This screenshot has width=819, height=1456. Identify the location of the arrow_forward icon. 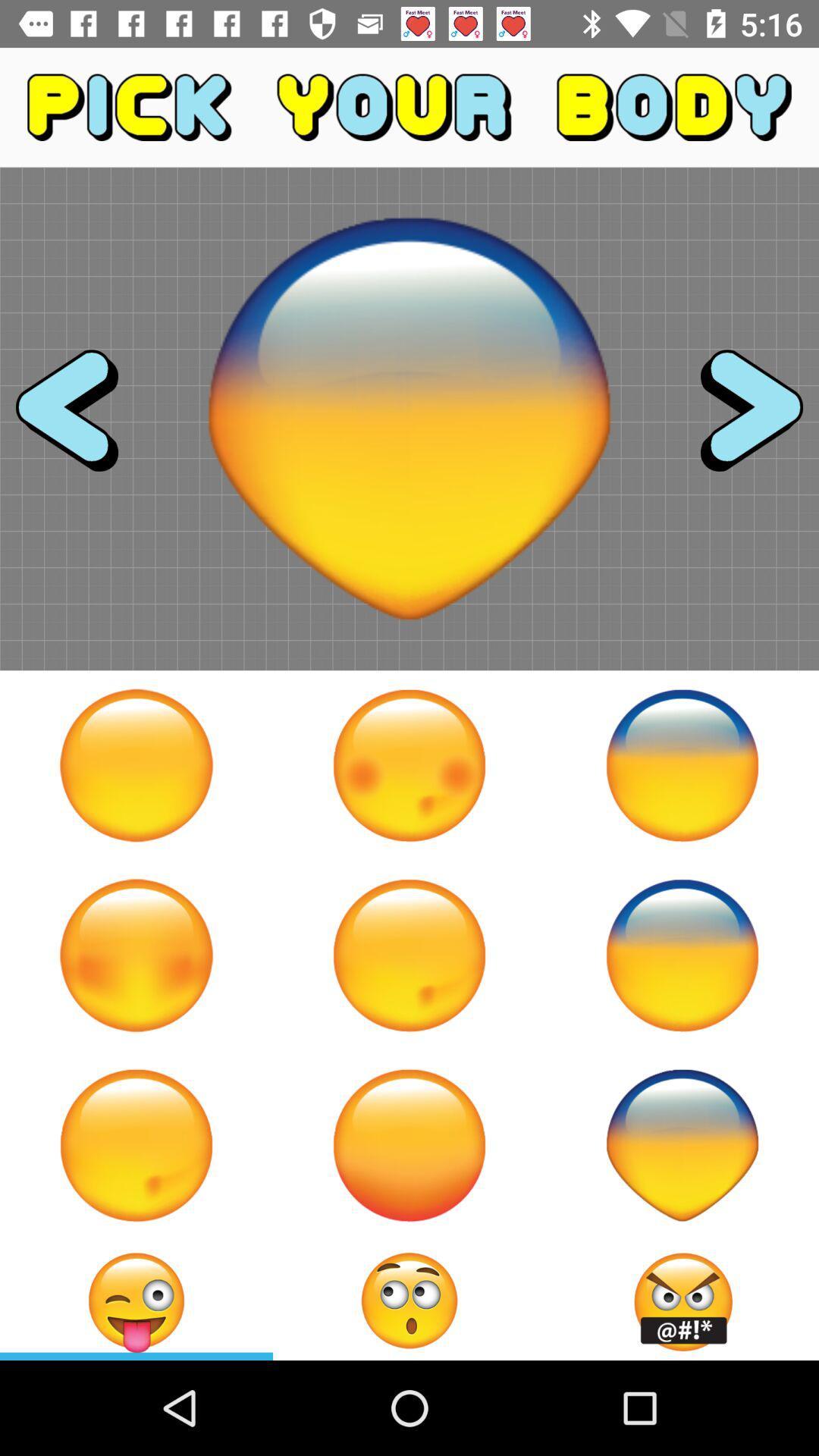
(737, 419).